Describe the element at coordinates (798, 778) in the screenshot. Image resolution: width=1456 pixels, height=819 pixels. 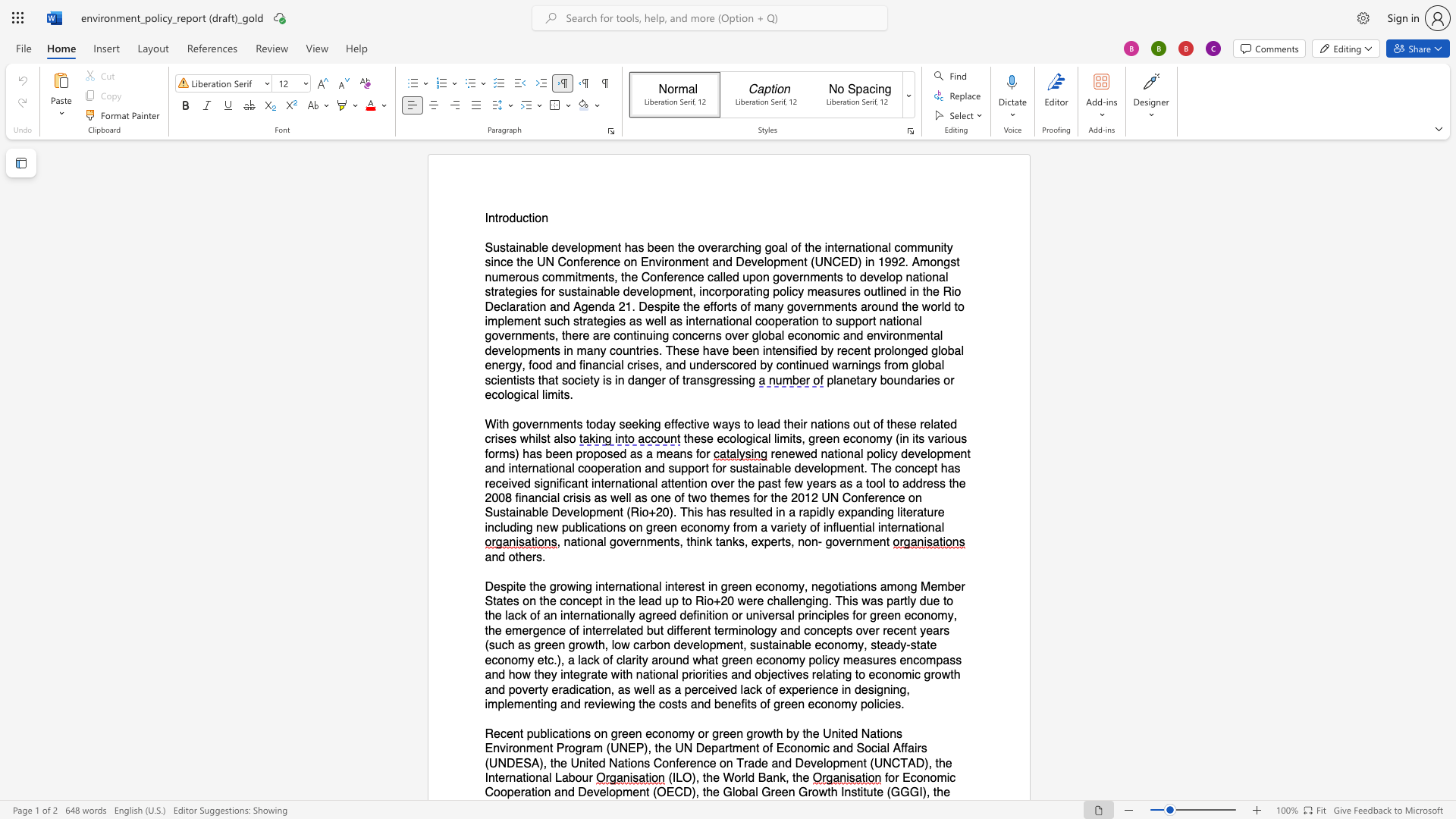
I see `the 2th character "h" in the text` at that location.